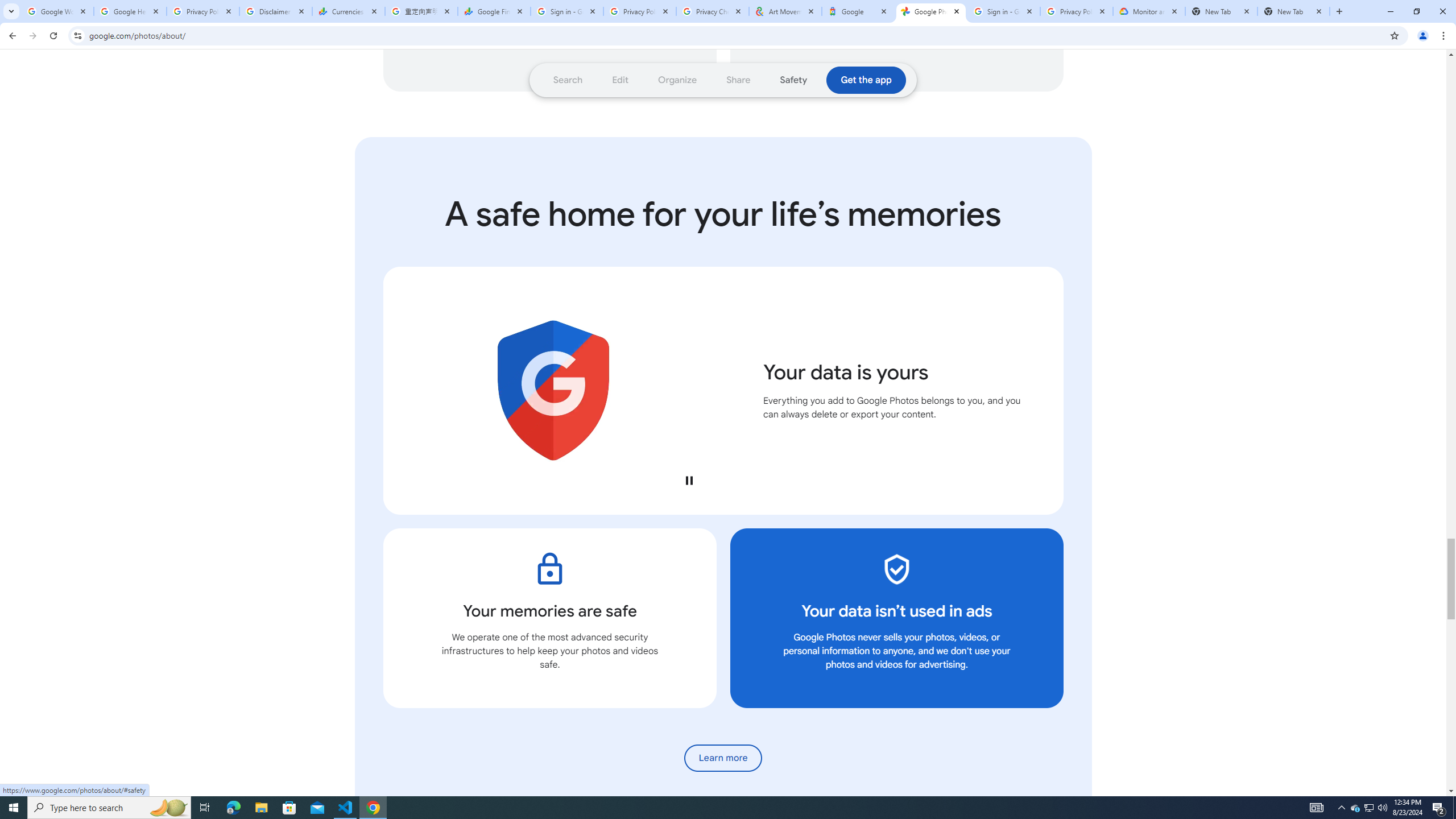 This screenshot has width=1456, height=819. I want to click on 'Learn more about Google Photos security ', so click(723, 758).